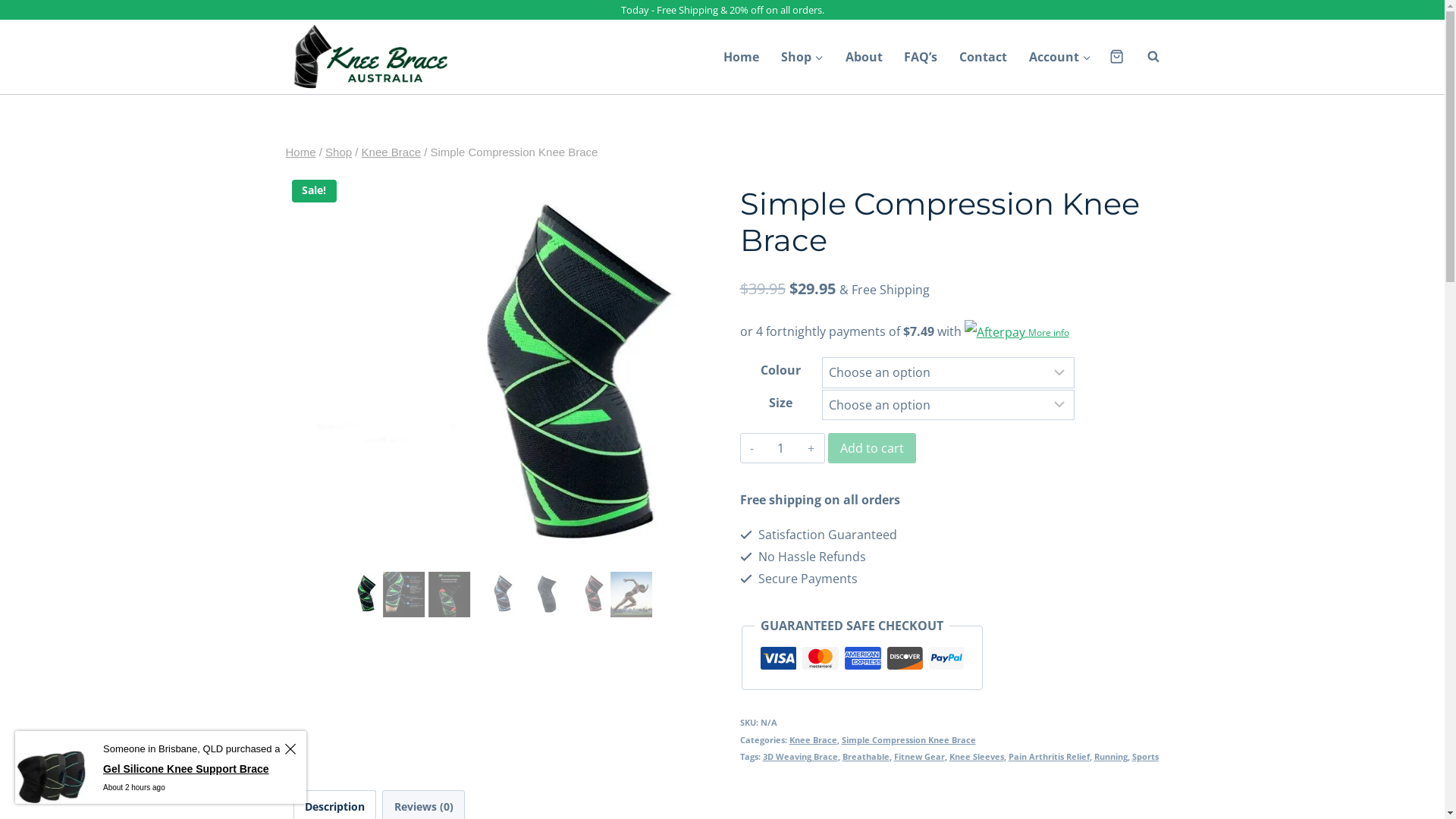 This screenshot has width=1456, height=819. What do you see at coordinates (866, 756) in the screenshot?
I see `'Breathable'` at bounding box center [866, 756].